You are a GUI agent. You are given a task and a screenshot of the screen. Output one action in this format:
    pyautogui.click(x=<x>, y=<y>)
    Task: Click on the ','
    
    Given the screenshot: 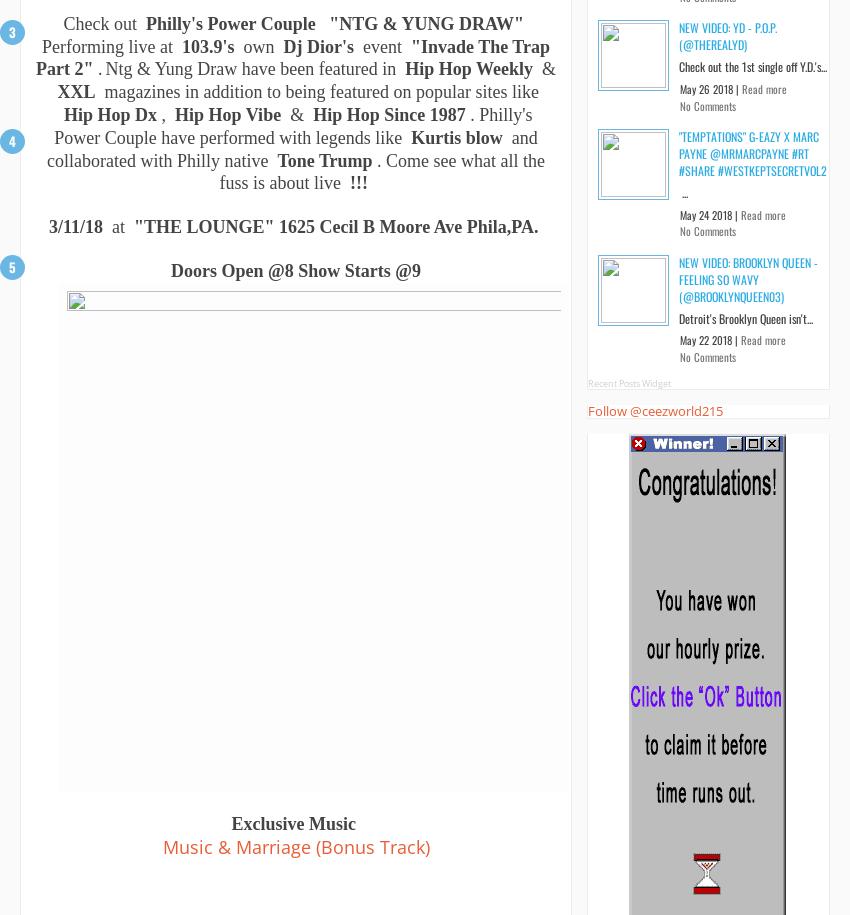 What is the action you would take?
    pyautogui.click(x=165, y=115)
    